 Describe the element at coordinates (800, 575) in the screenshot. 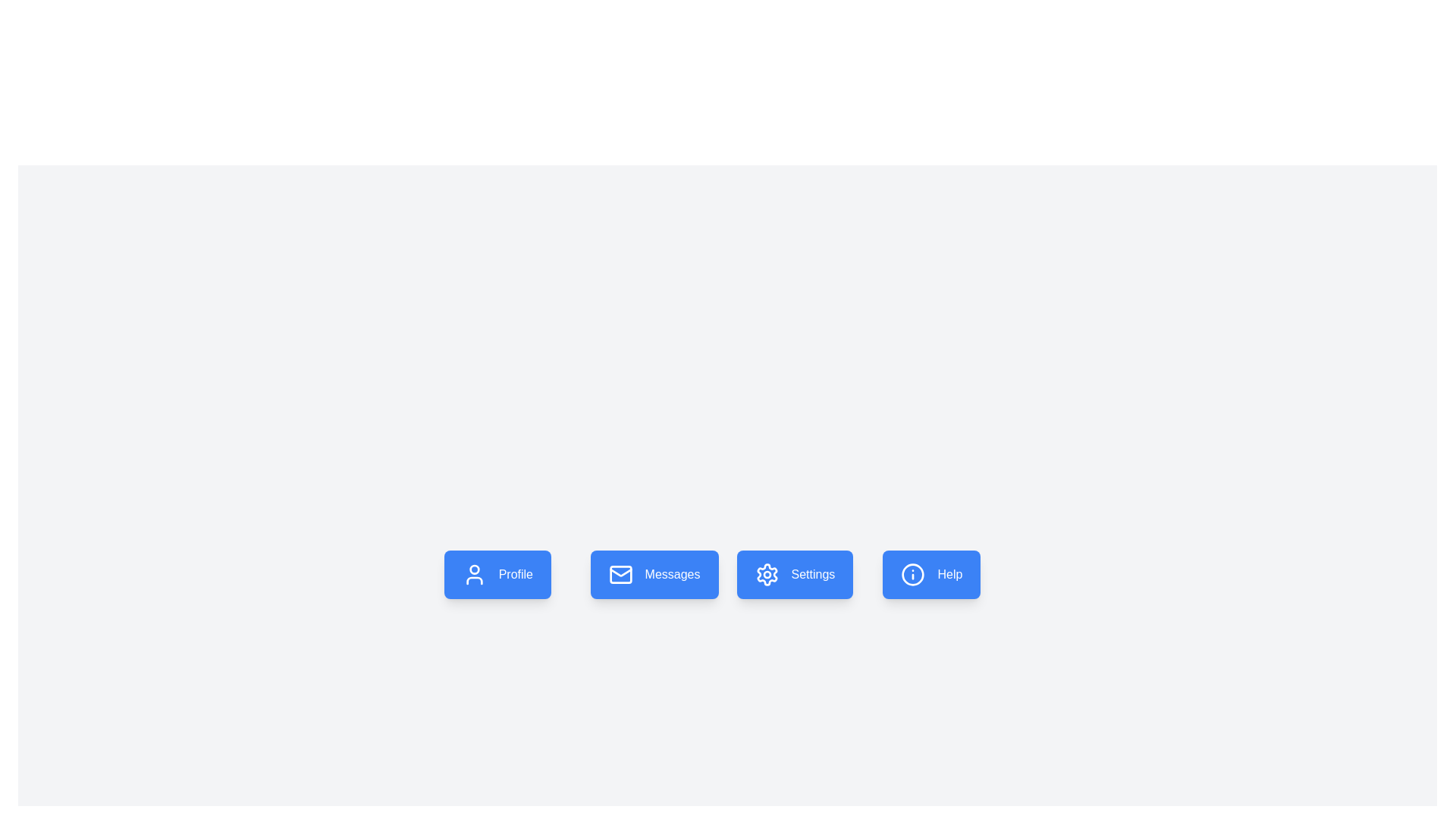

I see `the 'Settings' button, which is the third button in a horizontal row of four, to trigger its hover state` at that location.